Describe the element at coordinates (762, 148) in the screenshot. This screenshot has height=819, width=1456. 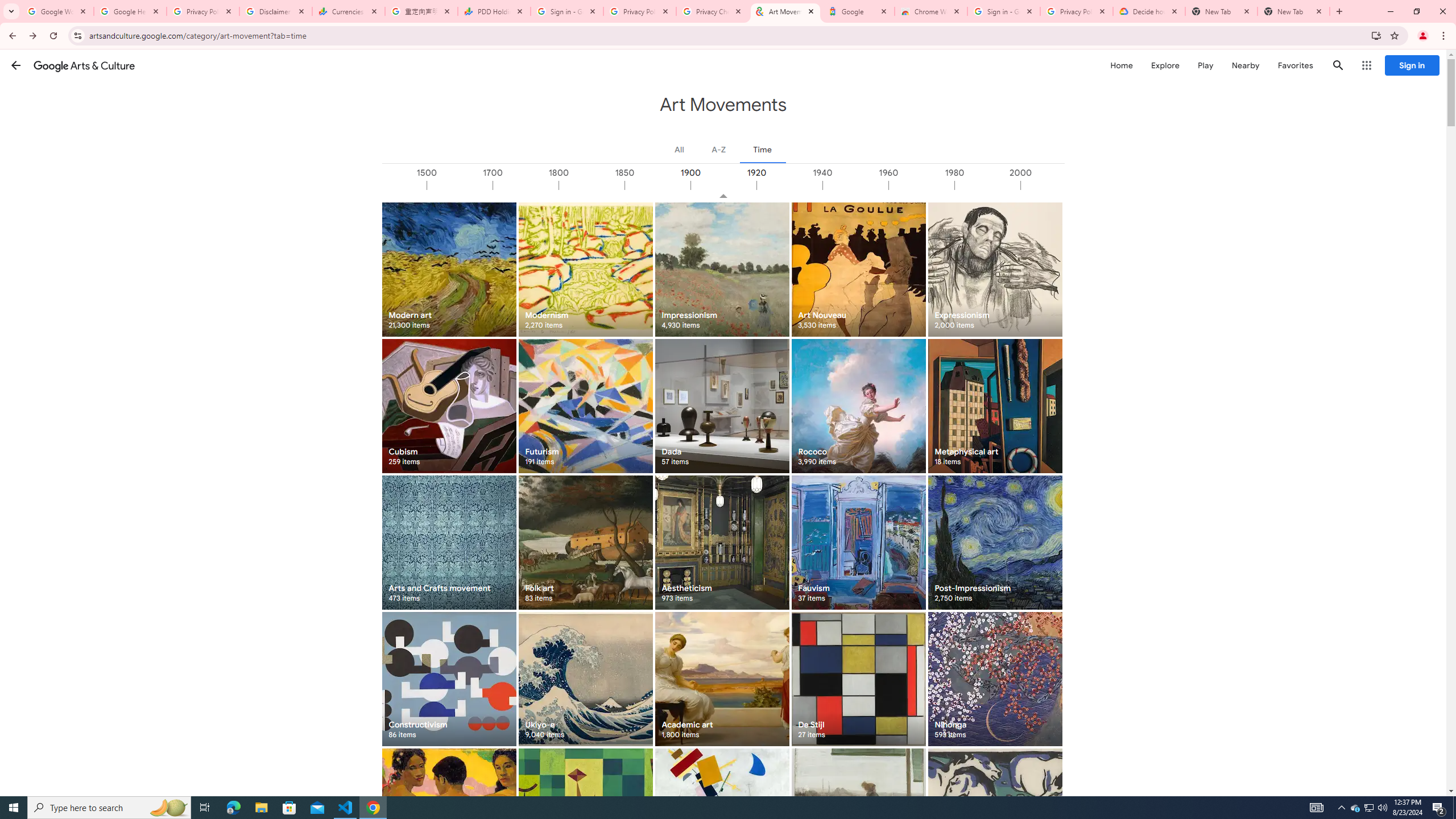
I see `'Time'` at that location.